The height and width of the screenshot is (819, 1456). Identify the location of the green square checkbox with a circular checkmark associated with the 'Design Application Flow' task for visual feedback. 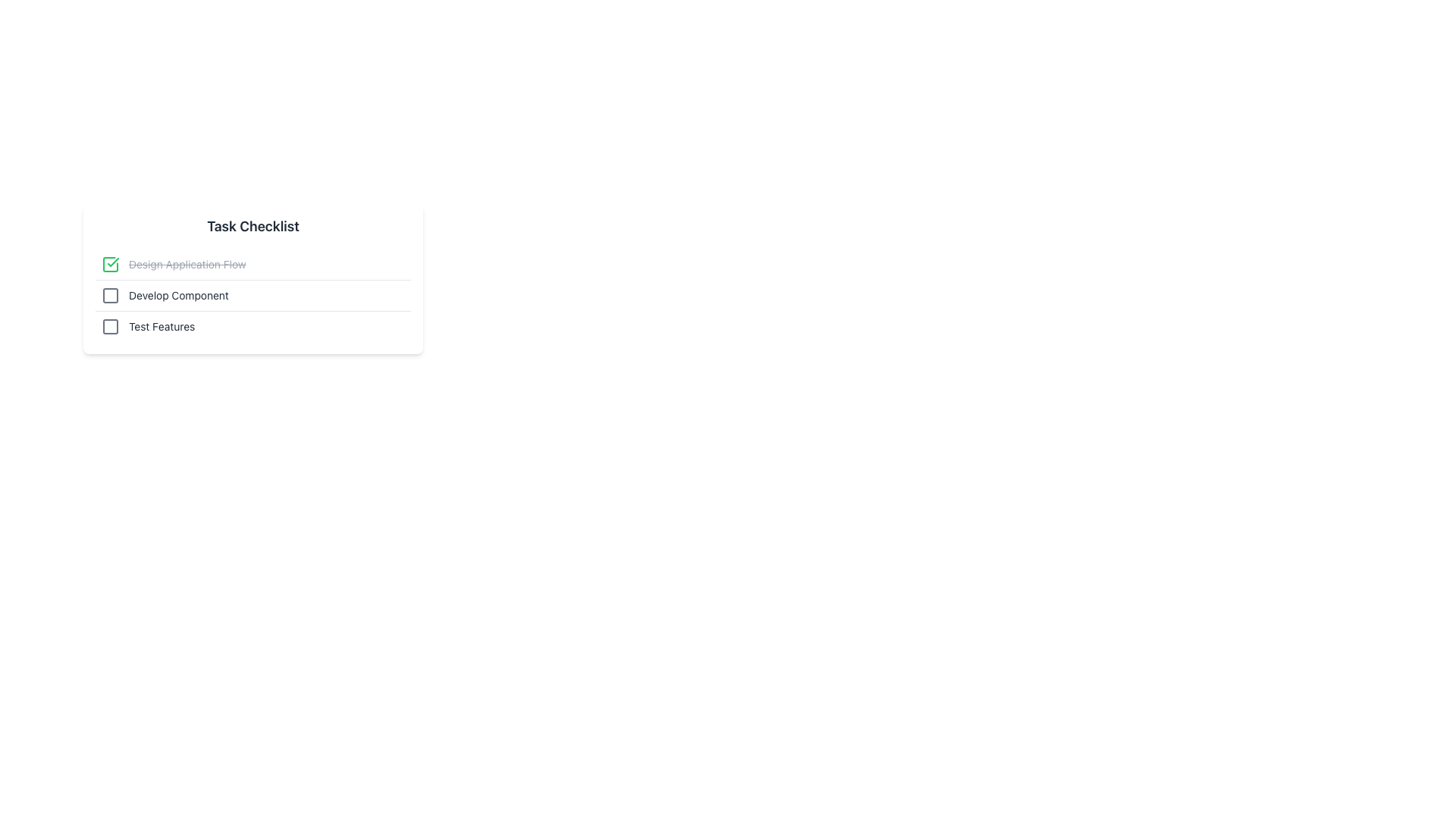
(109, 263).